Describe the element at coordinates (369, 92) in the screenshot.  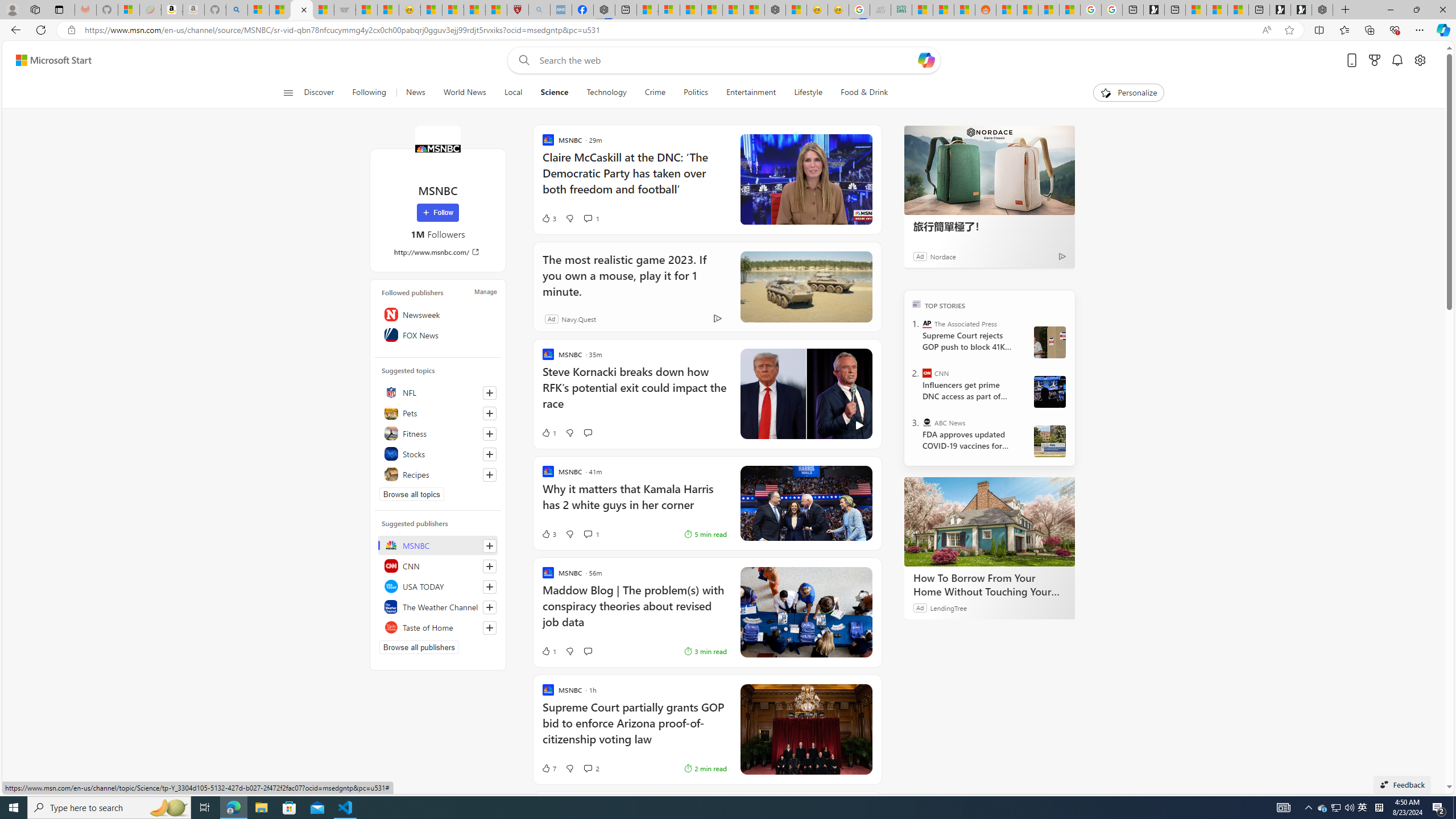
I see `'Following'` at that location.